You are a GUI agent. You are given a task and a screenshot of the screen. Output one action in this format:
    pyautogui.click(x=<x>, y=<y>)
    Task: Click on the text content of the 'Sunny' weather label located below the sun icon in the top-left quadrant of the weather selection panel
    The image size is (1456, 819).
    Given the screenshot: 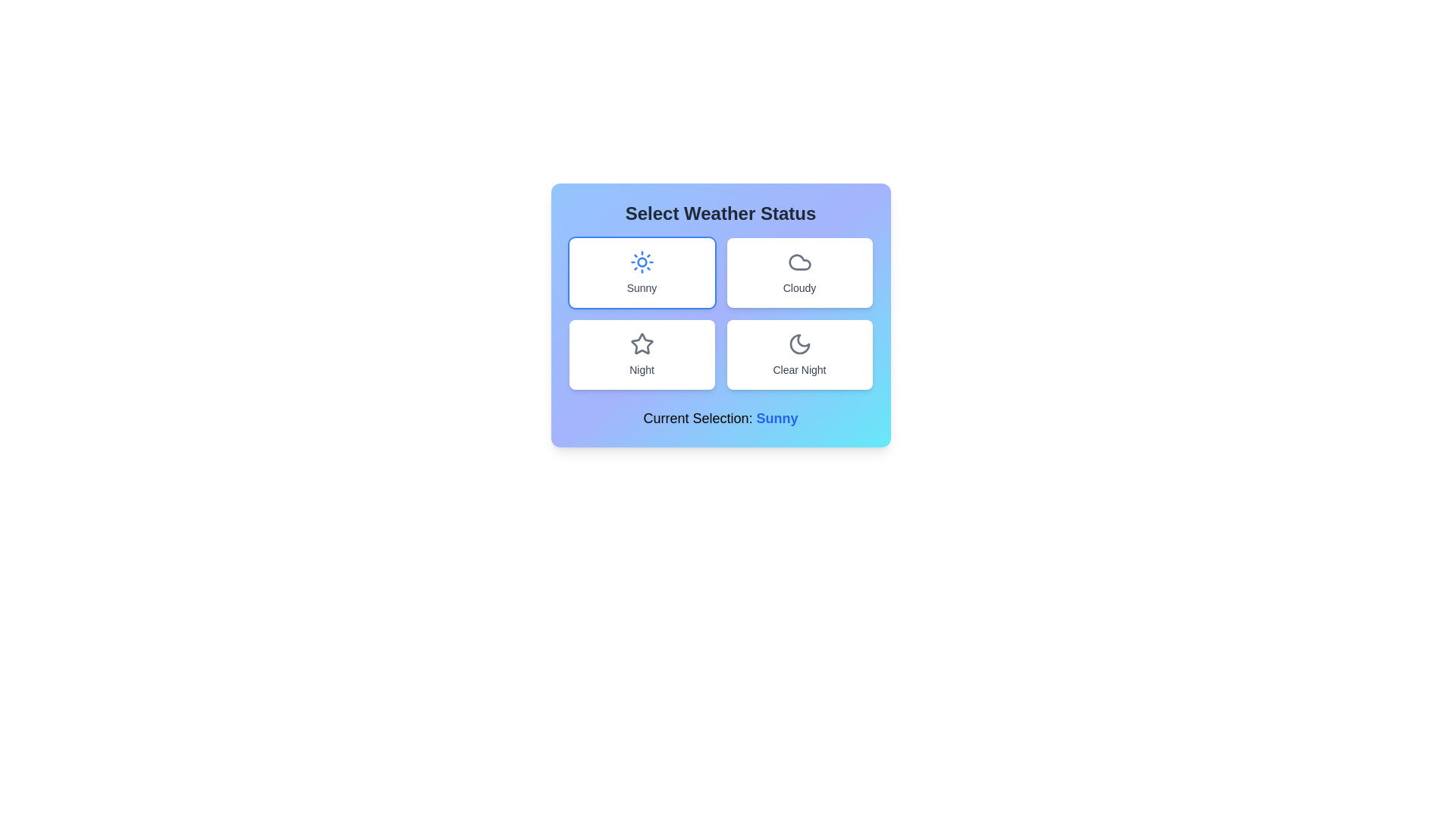 What is the action you would take?
    pyautogui.click(x=642, y=288)
    